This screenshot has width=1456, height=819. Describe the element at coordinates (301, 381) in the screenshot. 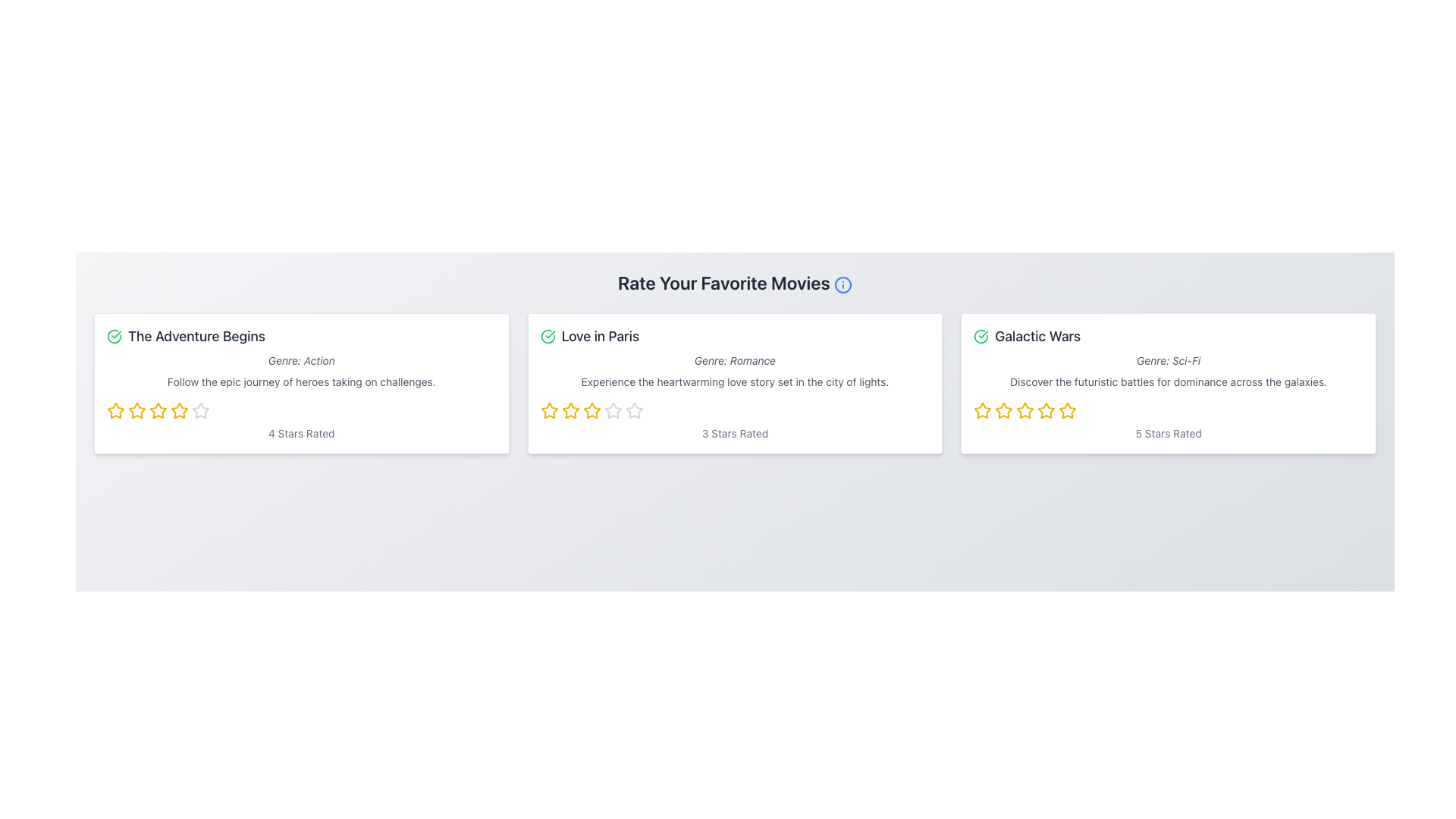

I see `the static text element that reads 'Follow the epic journey of heroes taking on challenges.' which is positioned below the 'Genre: Action' text and above the star rating display in the card titled 'The Adventure Begins'` at that location.